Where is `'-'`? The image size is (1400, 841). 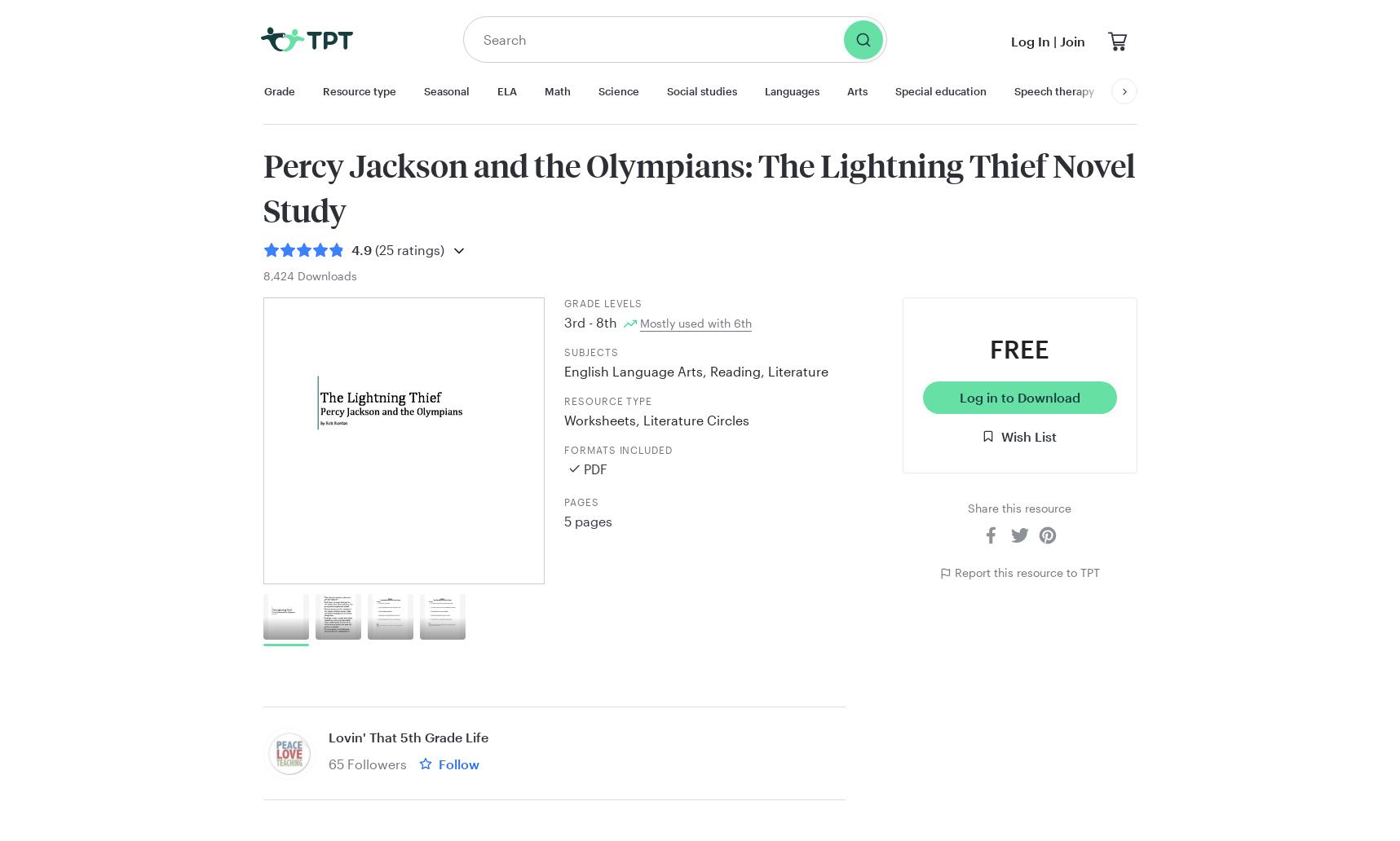
'-' is located at coordinates (590, 321).